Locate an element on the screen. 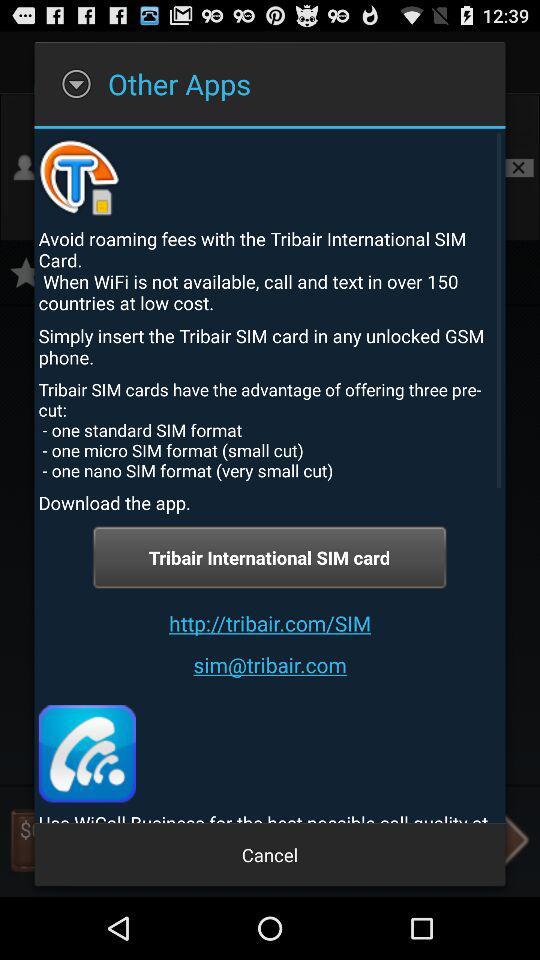 Image resolution: width=540 pixels, height=960 pixels. call is located at coordinates (86, 752).